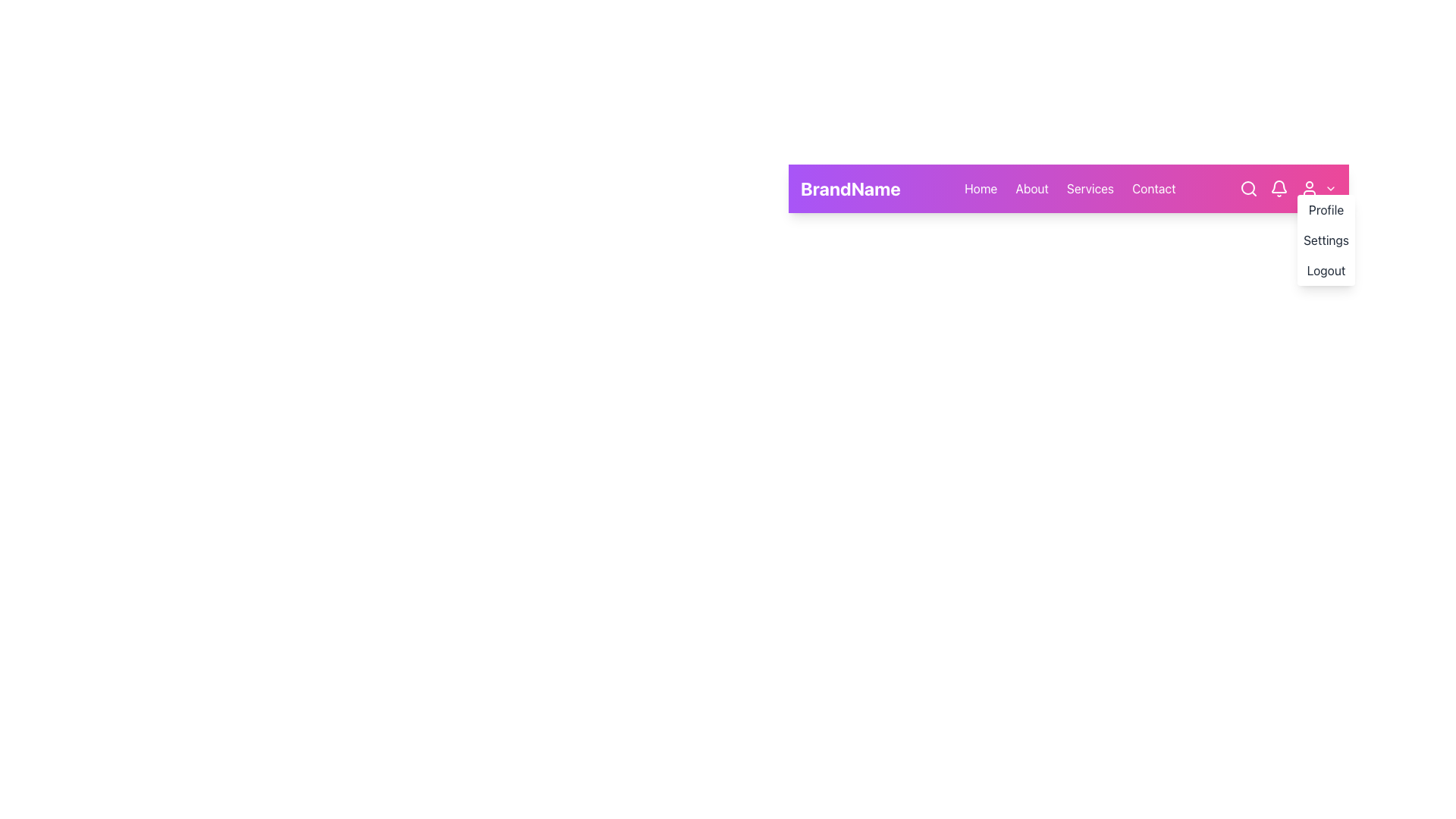 The image size is (1456, 819). Describe the element at coordinates (1278, 188) in the screenshot. I see `the bell-shaped notification icon in the navigation bar` at that location.